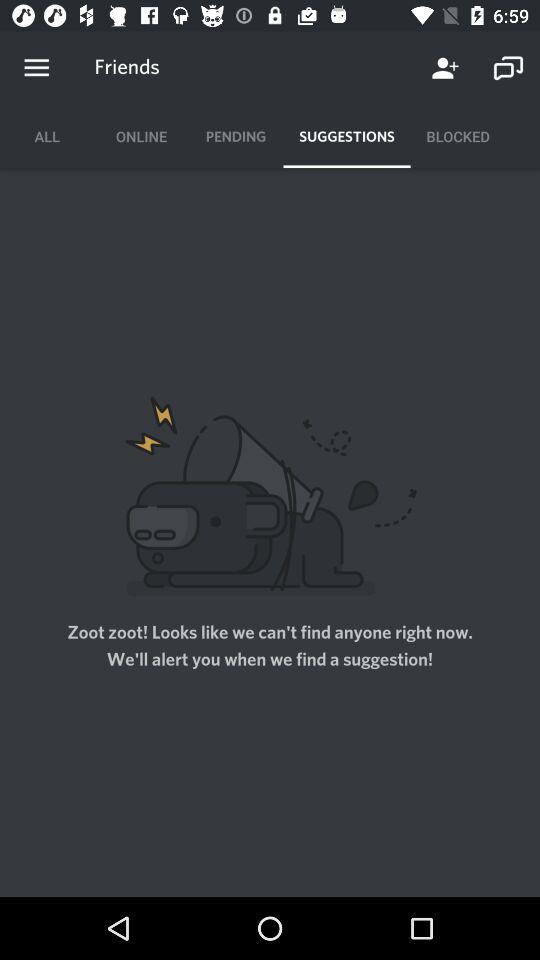 The image size is (540, 960). What do you see at coordinates (36, 68) in the screenshot?
I see `main menu` at bounding box center [36, 68].